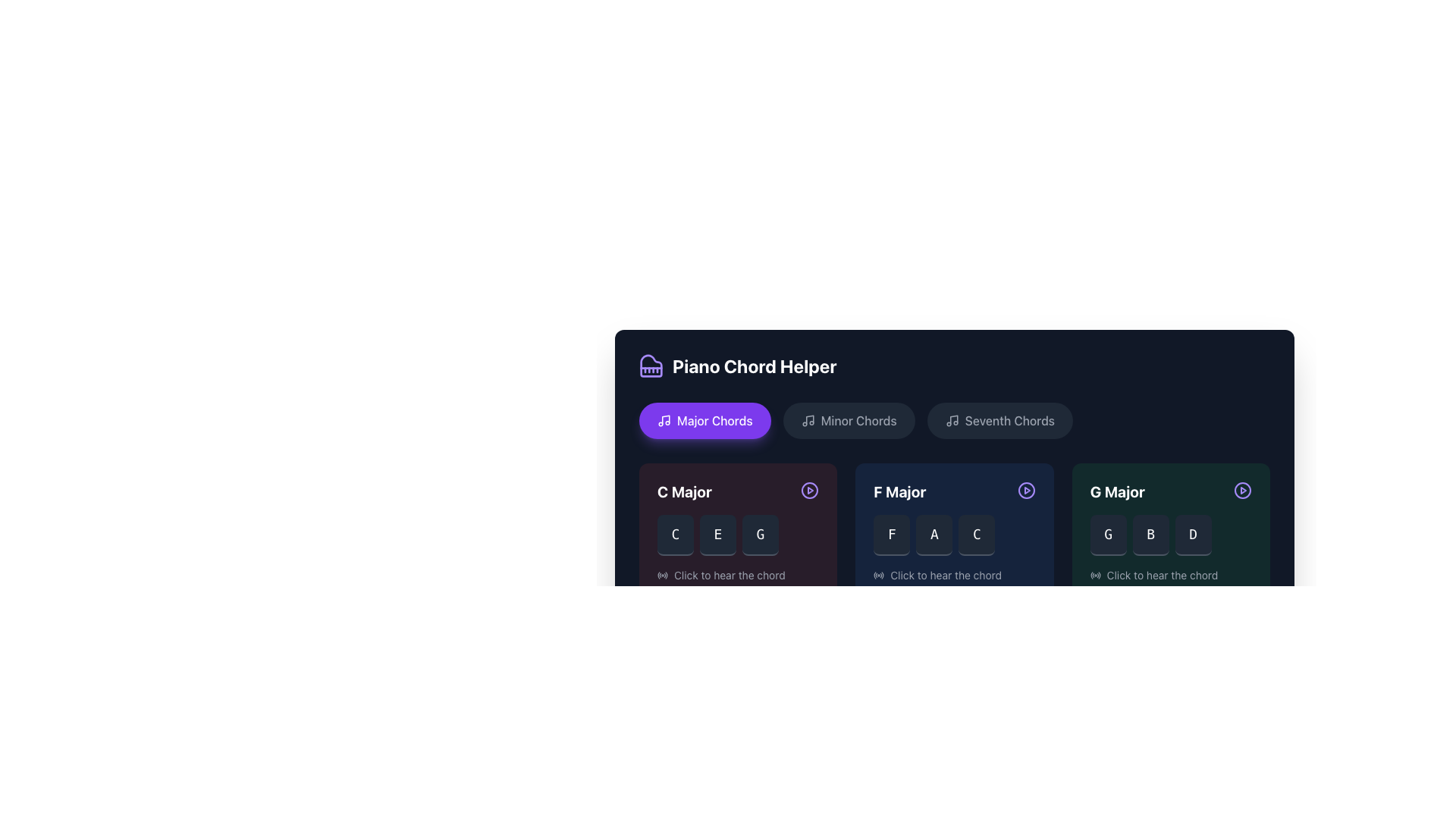 The height and width of the screenshot is (819, 1456). What do you see at coordinates (934, 534) in the screenshot?
I see `the musical note button representing the 'A' note within the 'F Major' chord section` at bounding box center [934, 534].